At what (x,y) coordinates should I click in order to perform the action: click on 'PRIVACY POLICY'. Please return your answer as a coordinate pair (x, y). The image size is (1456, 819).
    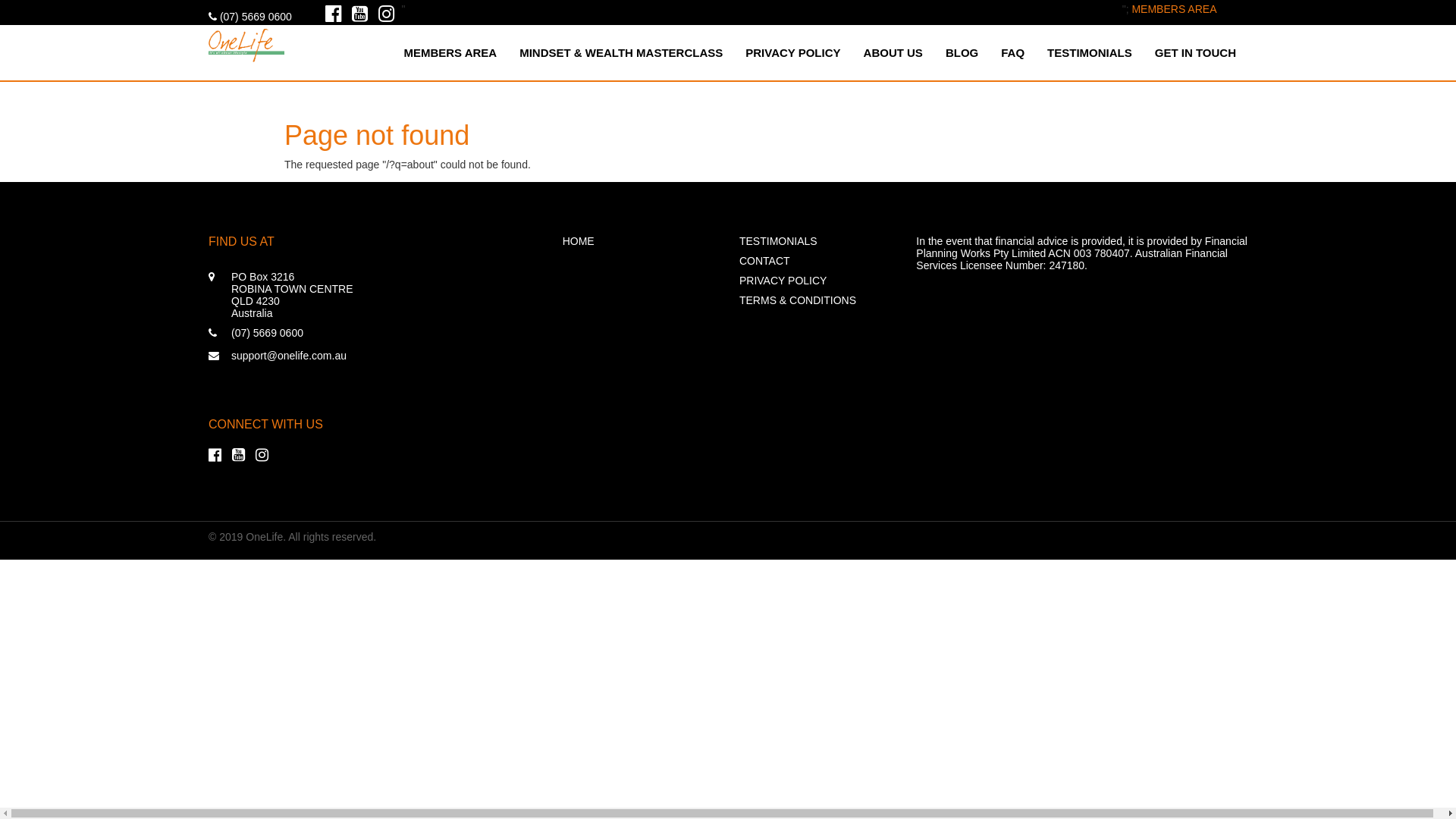
    Looking at the image, I should click on (815, 281).